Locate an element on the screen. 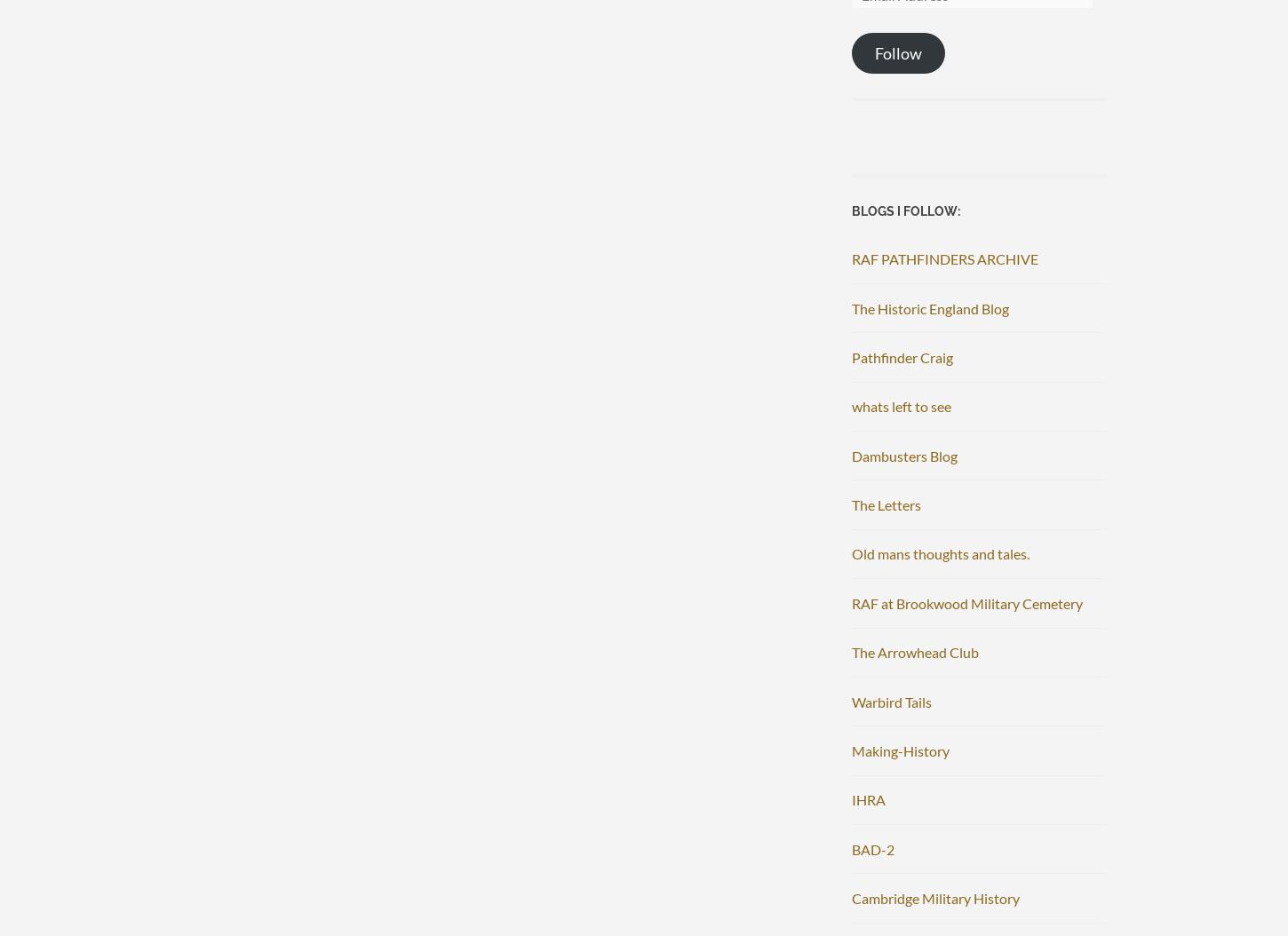 This screenshot has width=1288, height=936. 'The Historic England Blog' is located at coordinates (930, 307).